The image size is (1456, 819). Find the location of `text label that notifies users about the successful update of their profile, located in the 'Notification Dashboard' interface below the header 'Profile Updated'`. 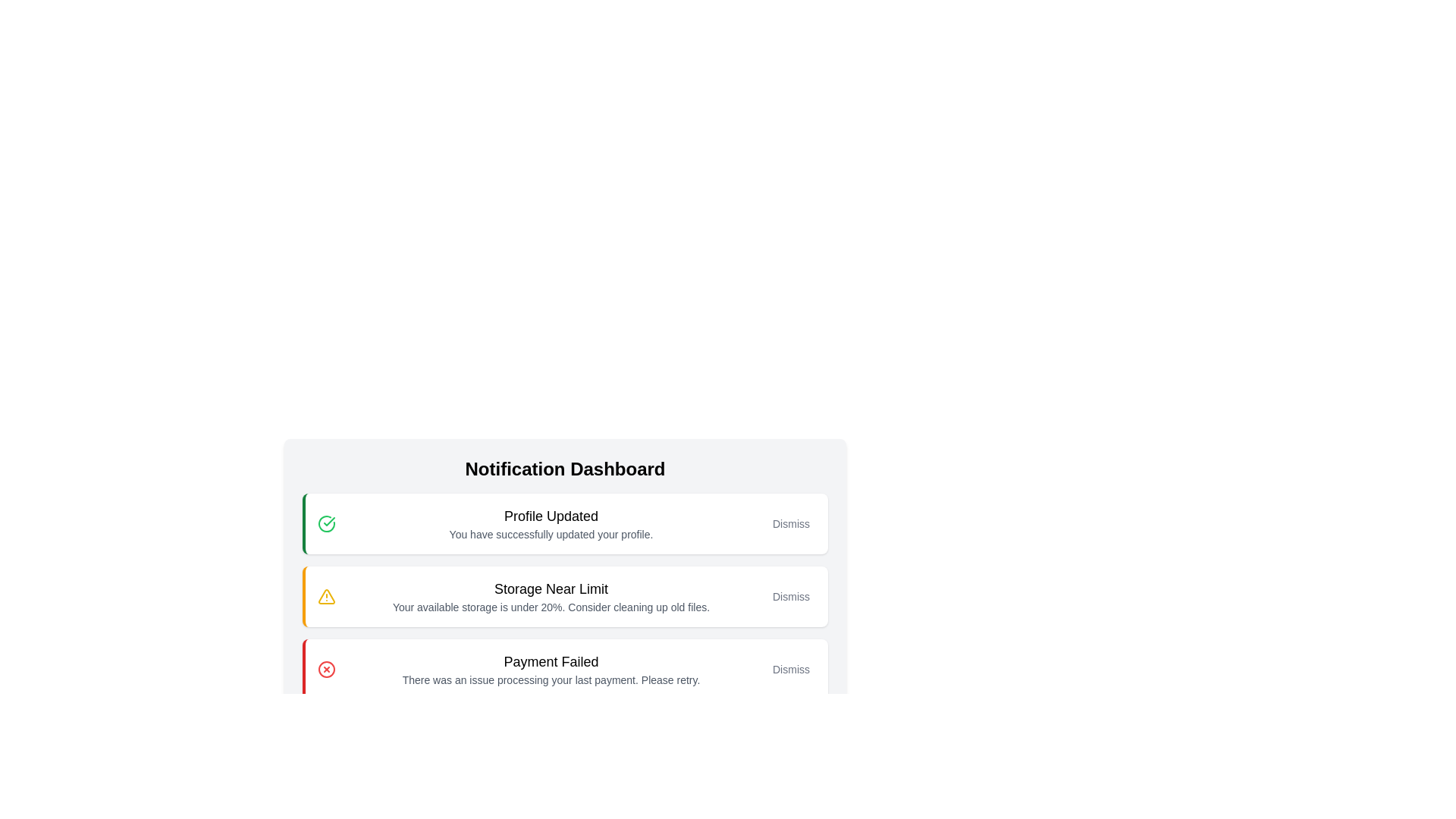

text label that notifies users about the successful update of their profile, located in the 'Notification Dashboard' interface below the header 'Profile Updated' is located at coordinates (550, 534).